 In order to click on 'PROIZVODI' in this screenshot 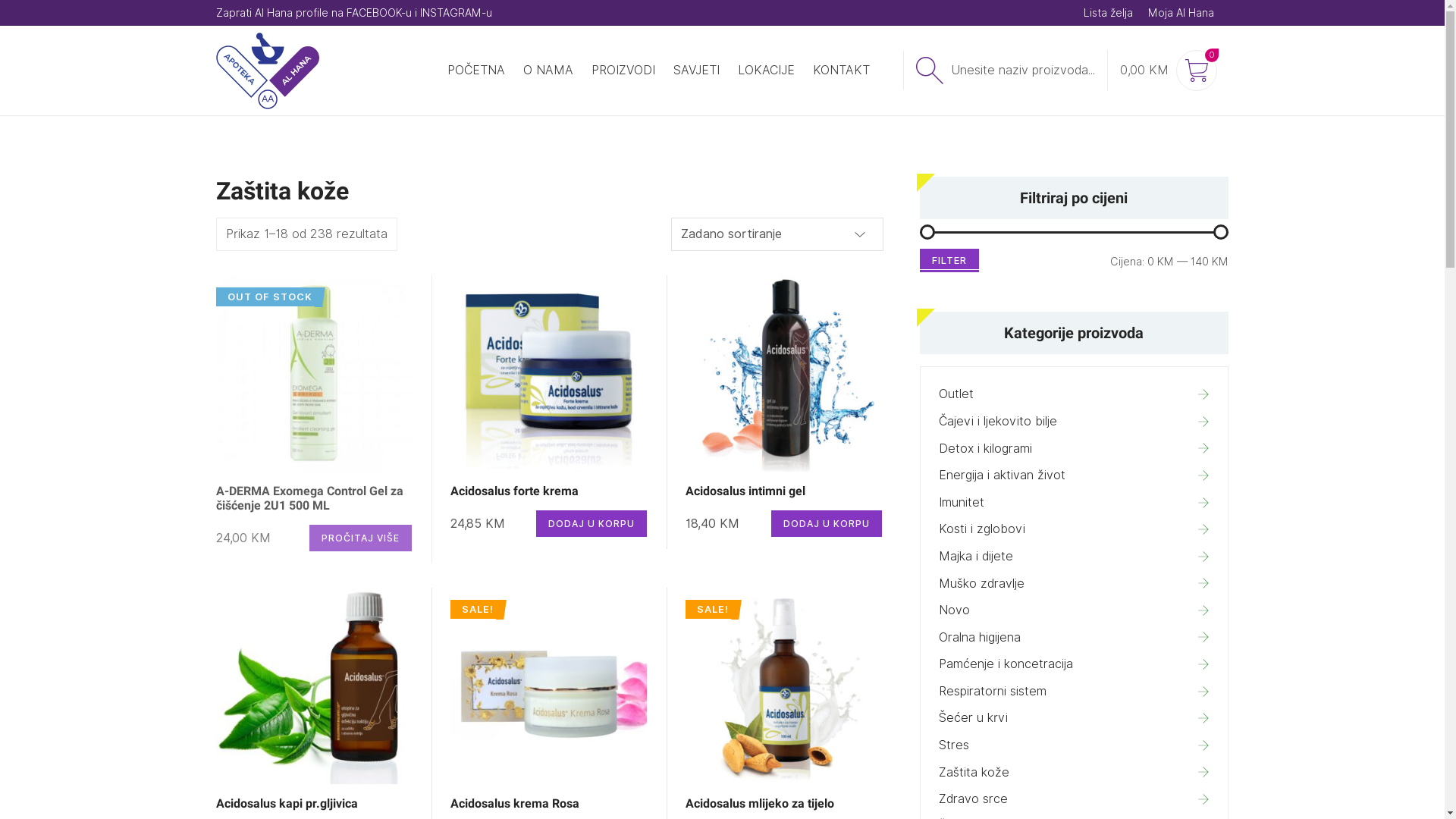, I will do `click(623, 70)`.